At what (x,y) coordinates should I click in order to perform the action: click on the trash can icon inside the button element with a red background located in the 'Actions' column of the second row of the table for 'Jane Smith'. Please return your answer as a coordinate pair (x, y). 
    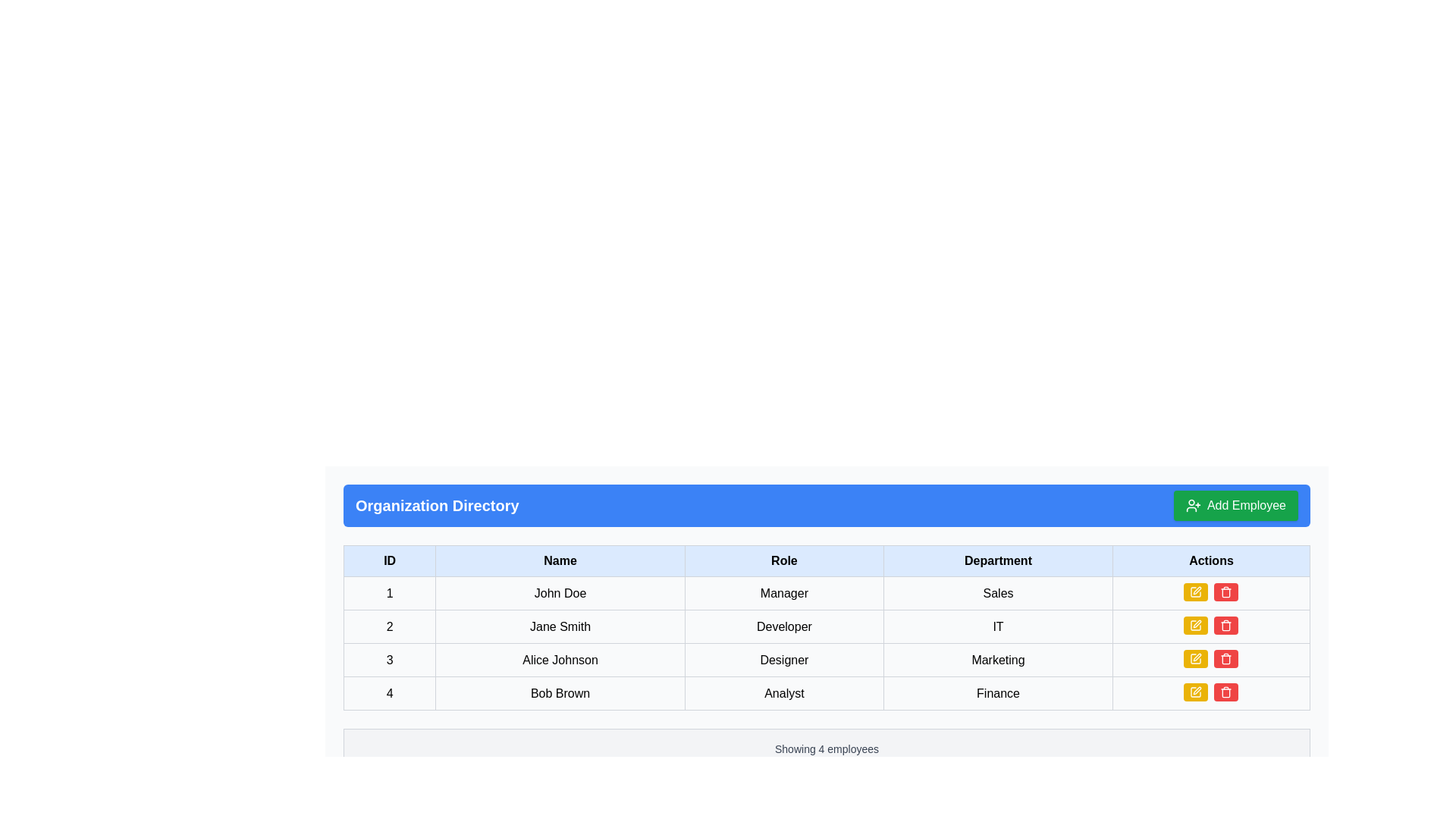
    Looking at the image, I should click on (1226, 626).